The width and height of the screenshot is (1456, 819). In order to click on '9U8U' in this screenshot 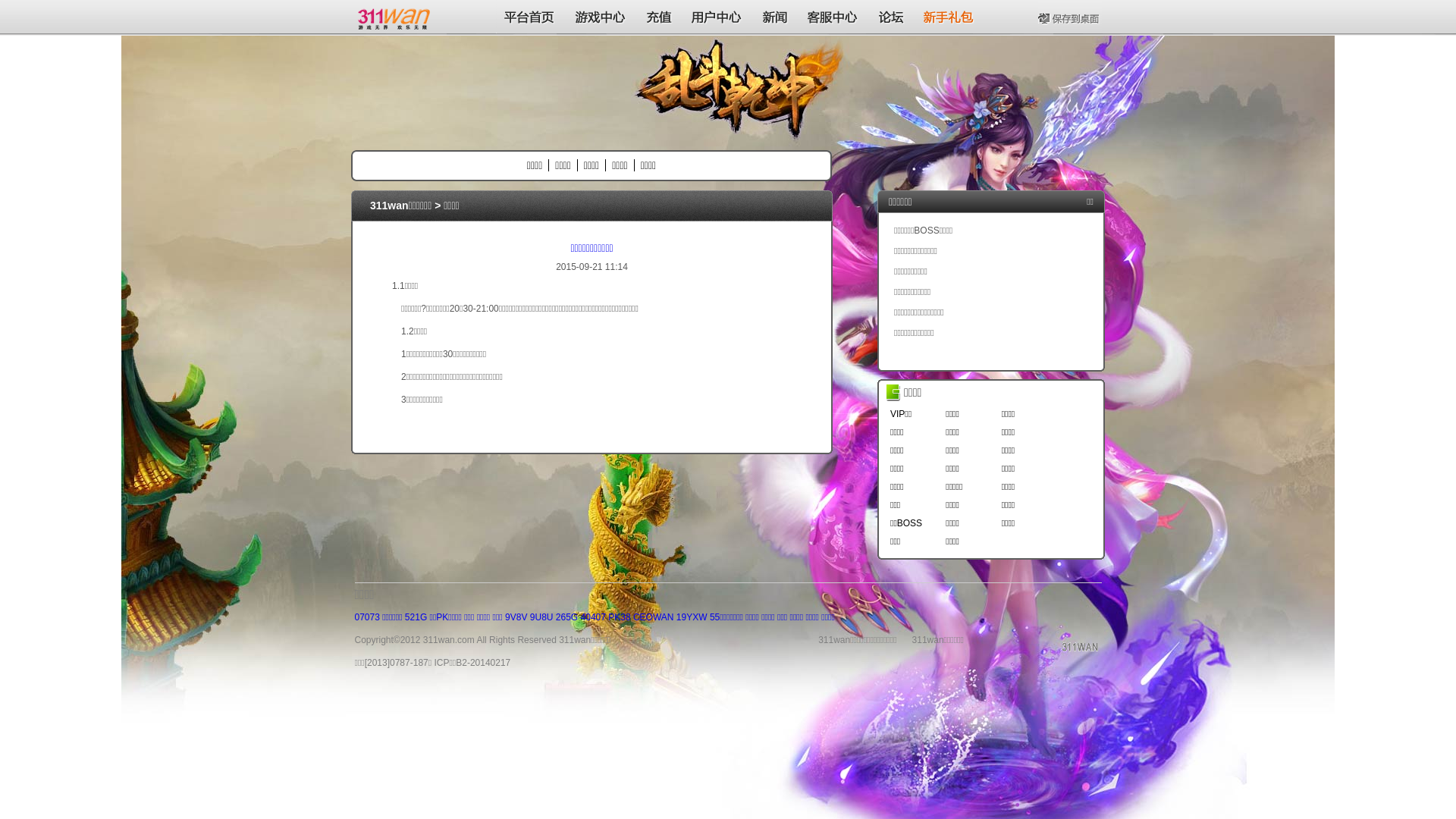, I will do `click(541, 617)`.